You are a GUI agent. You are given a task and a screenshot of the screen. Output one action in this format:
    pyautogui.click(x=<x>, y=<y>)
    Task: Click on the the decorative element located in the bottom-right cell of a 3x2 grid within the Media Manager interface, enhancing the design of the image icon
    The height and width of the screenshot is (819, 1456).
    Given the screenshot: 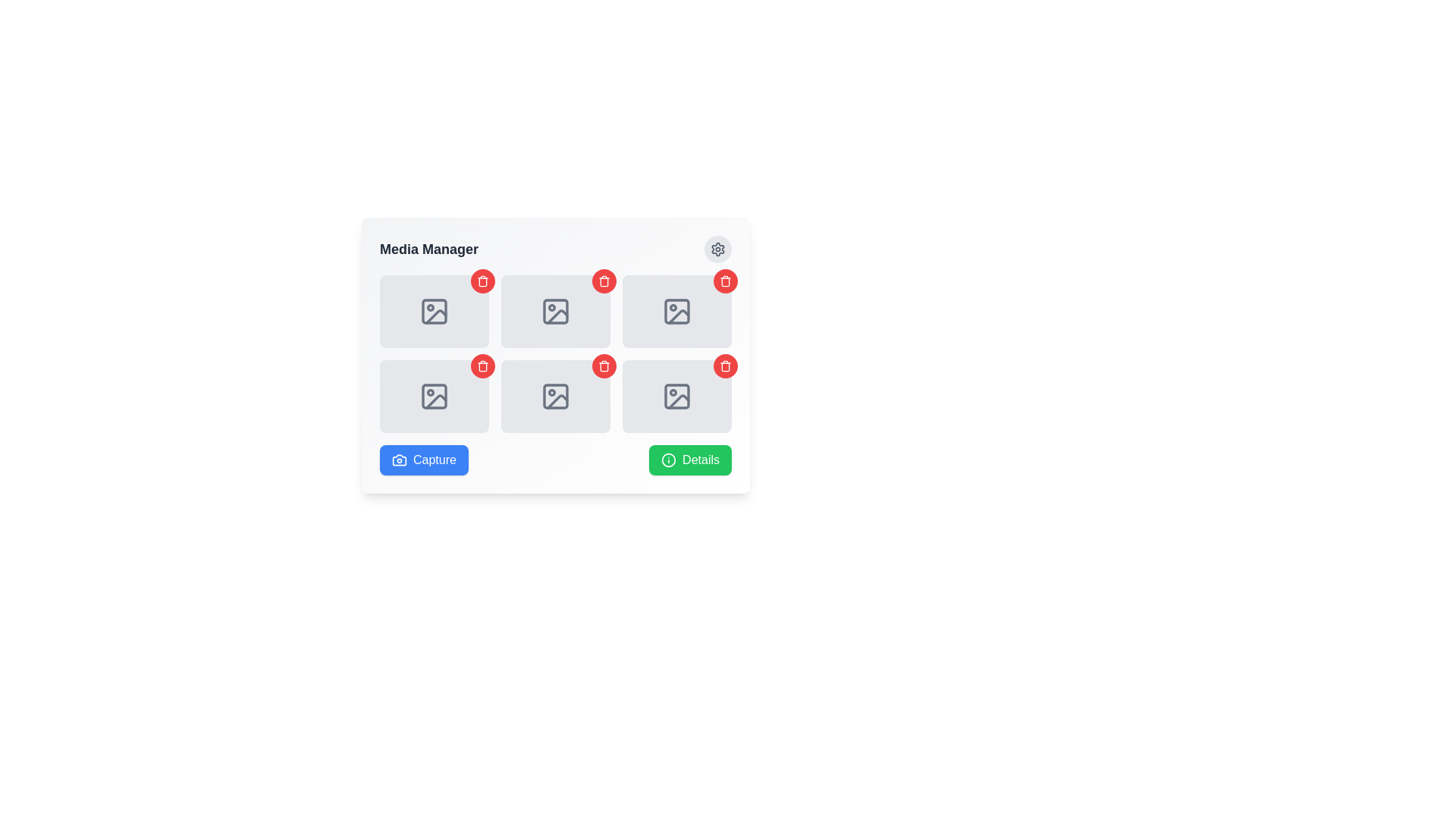 What is the action you would take?
    pyautogui.click(x=676, y=396)
    